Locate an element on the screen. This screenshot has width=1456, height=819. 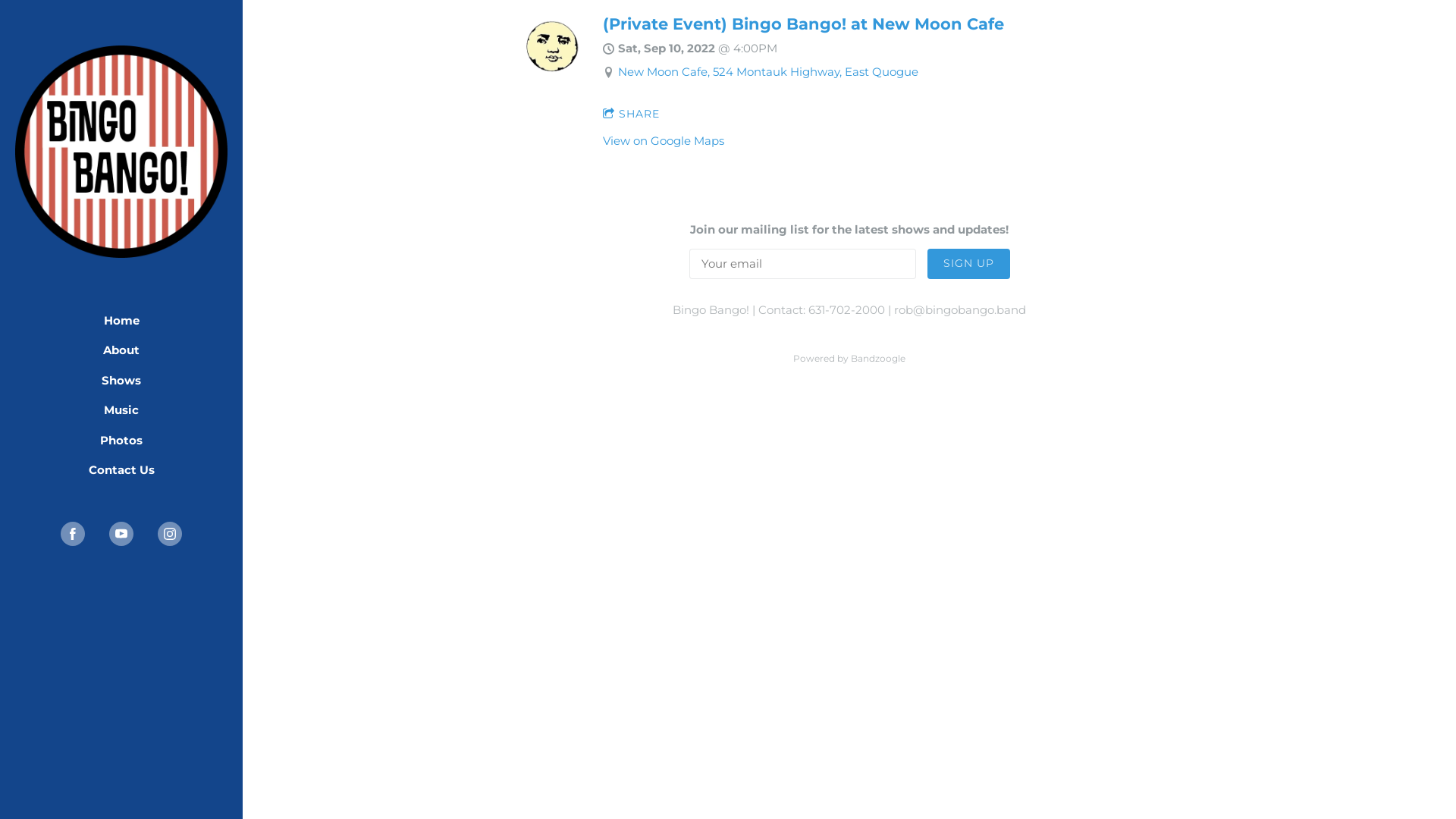
'Photos' is located at coordinates (120, 441).